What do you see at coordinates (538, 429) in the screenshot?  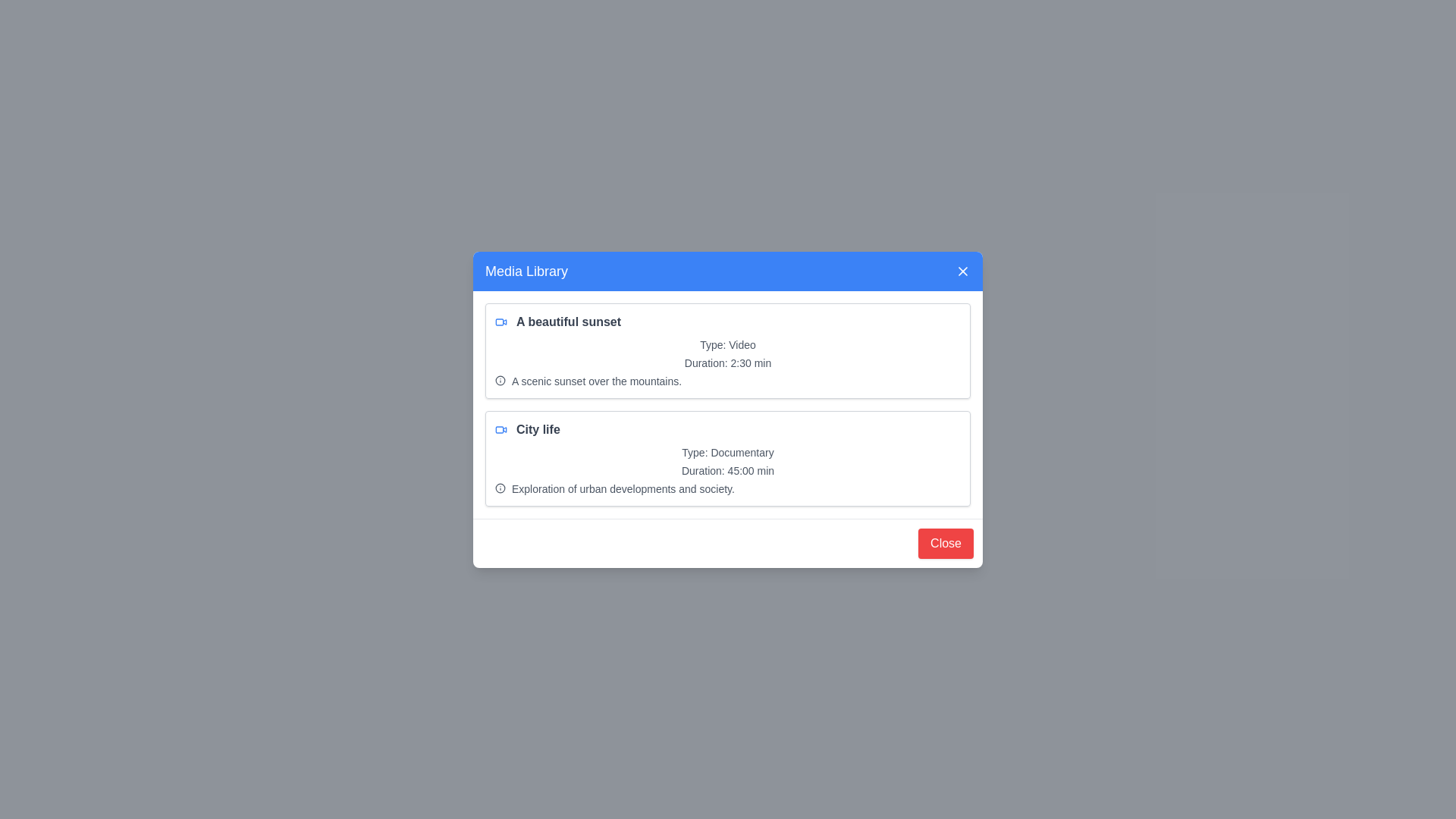 I see `the text label displaying 'City life' in the Media Library interface, which is bold, medium-sized, and gray` at bounding box center [538, 429].